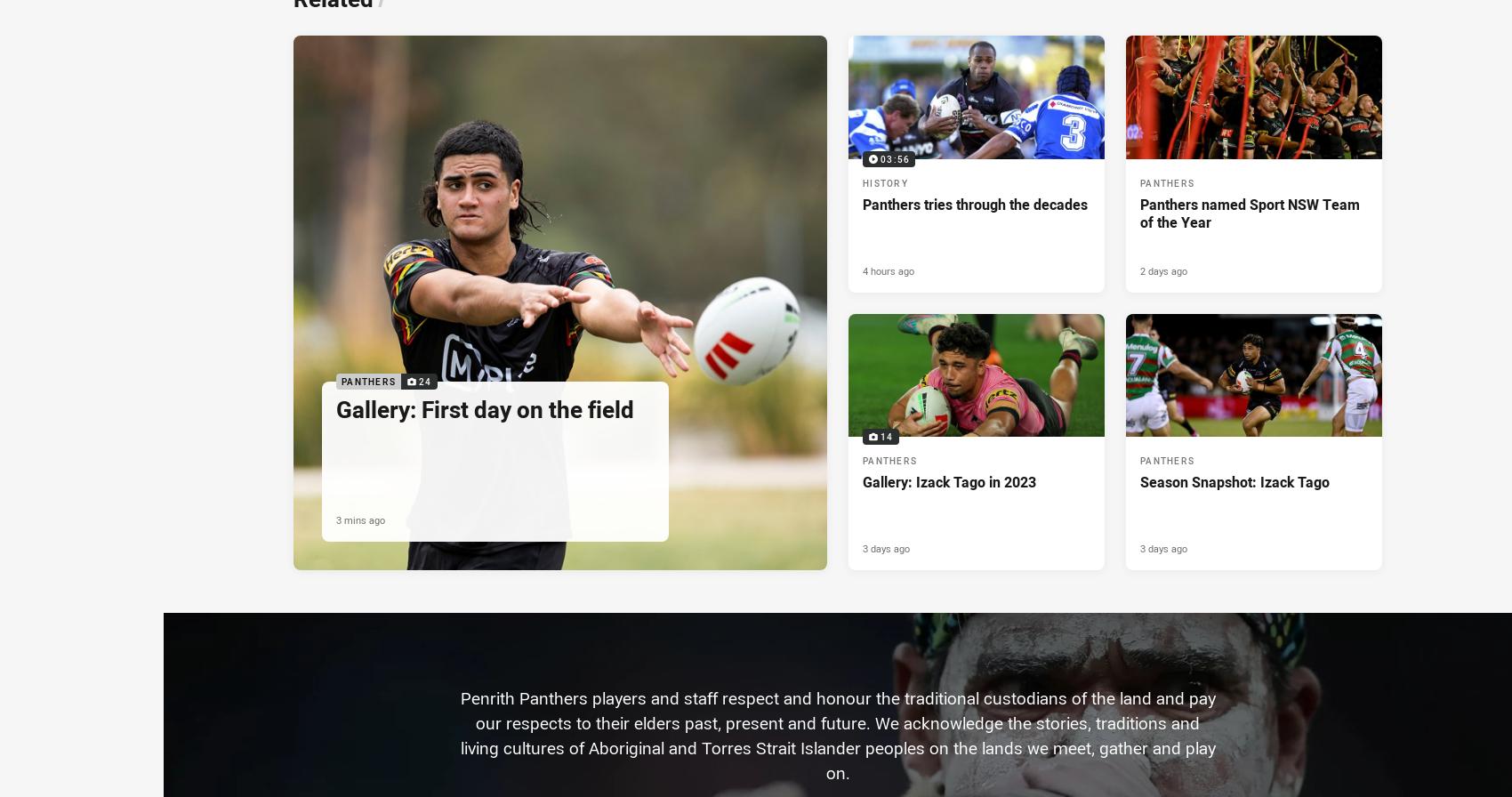 This screenshot has height=797, width=1512. What do you see at coordinates (484, 408) in the screenshot?
I see `'Gallery: First day on the field'` at bounding box center [484, 408].